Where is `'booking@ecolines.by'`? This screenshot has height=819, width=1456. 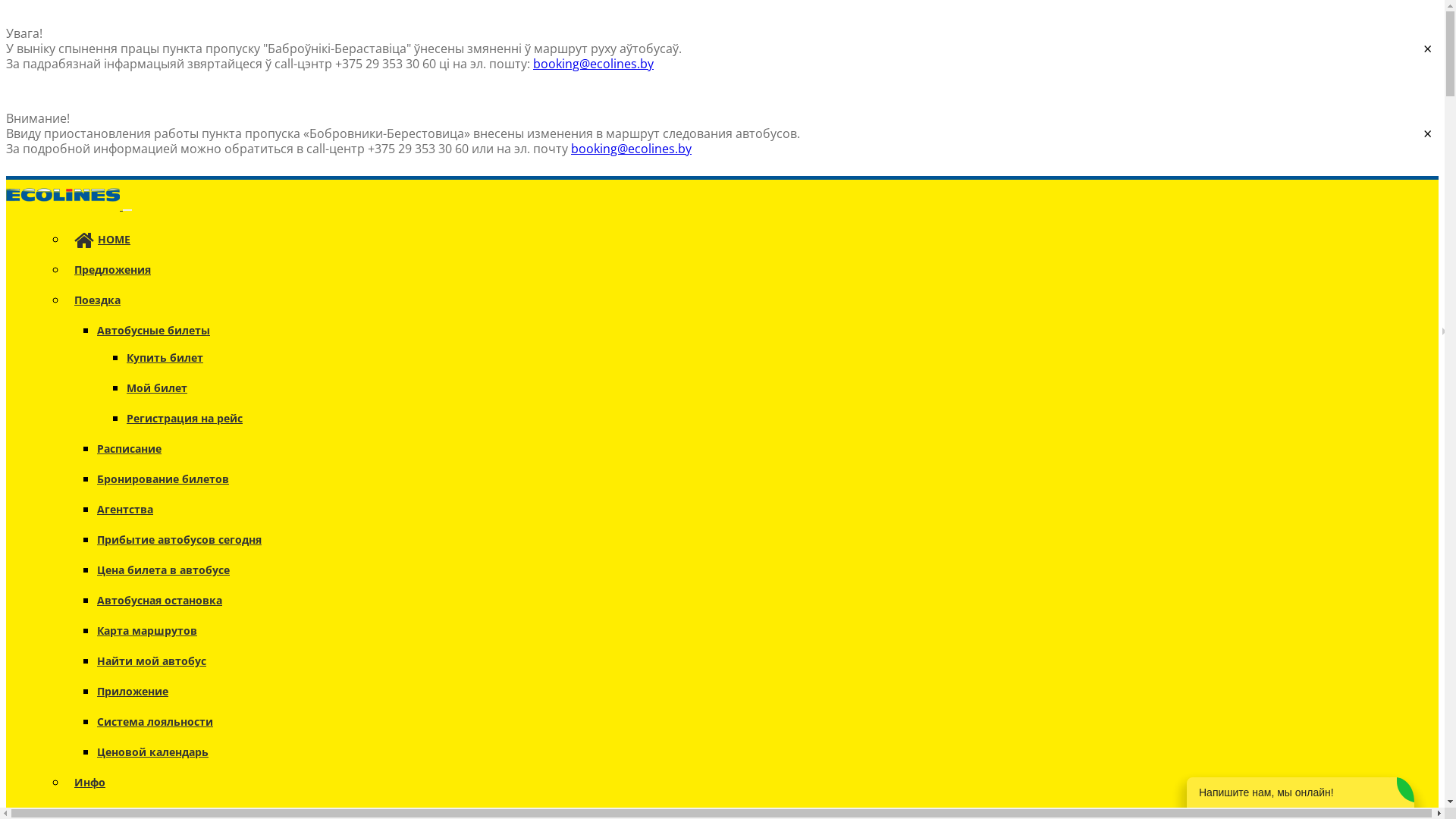
'booking@ecolines.by' is located at coordinates (532, 63).